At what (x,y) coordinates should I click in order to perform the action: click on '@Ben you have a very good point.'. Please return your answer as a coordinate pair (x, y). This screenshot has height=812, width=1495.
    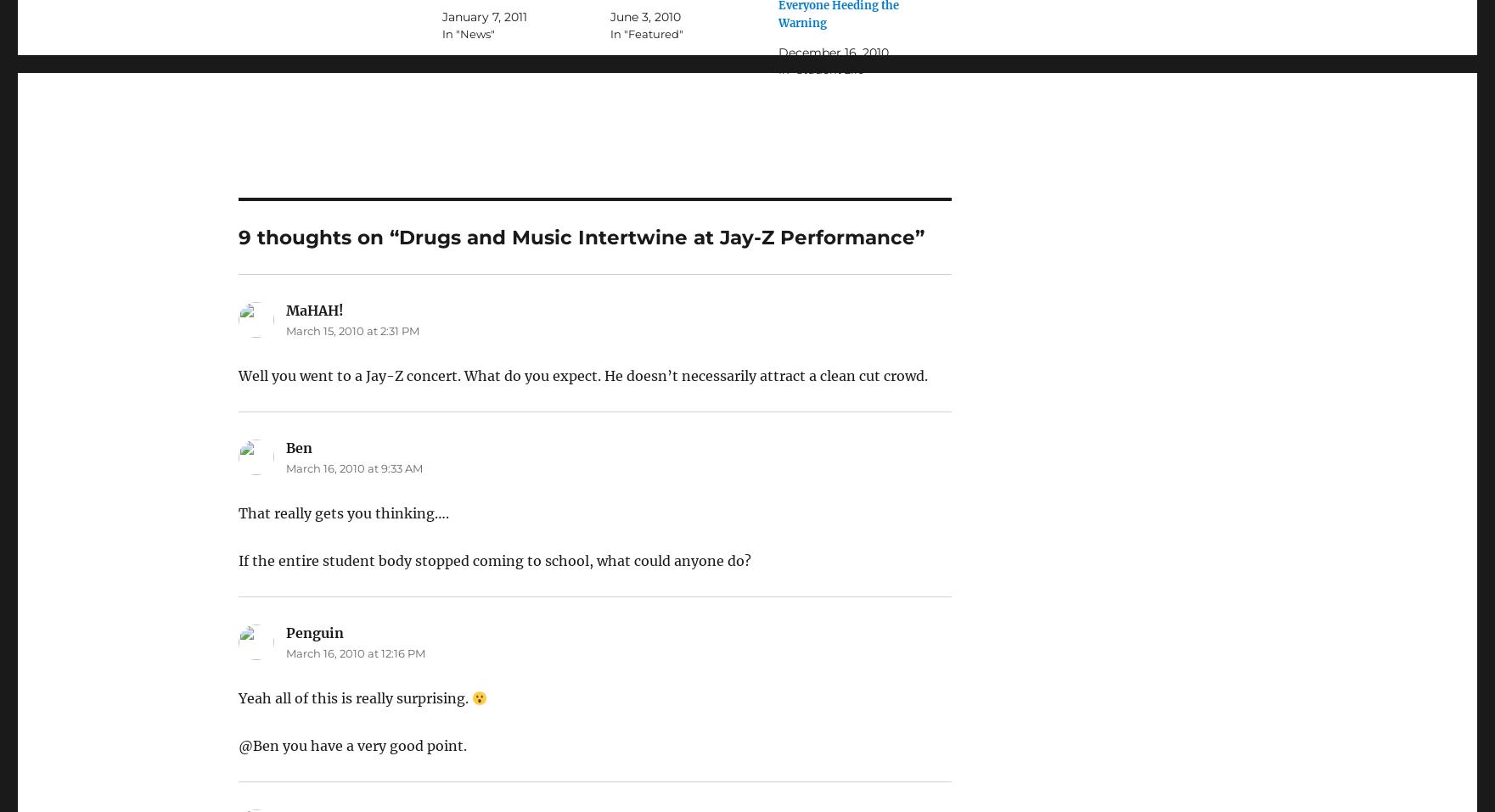
    Looking at the image, I should click on (351, 746).